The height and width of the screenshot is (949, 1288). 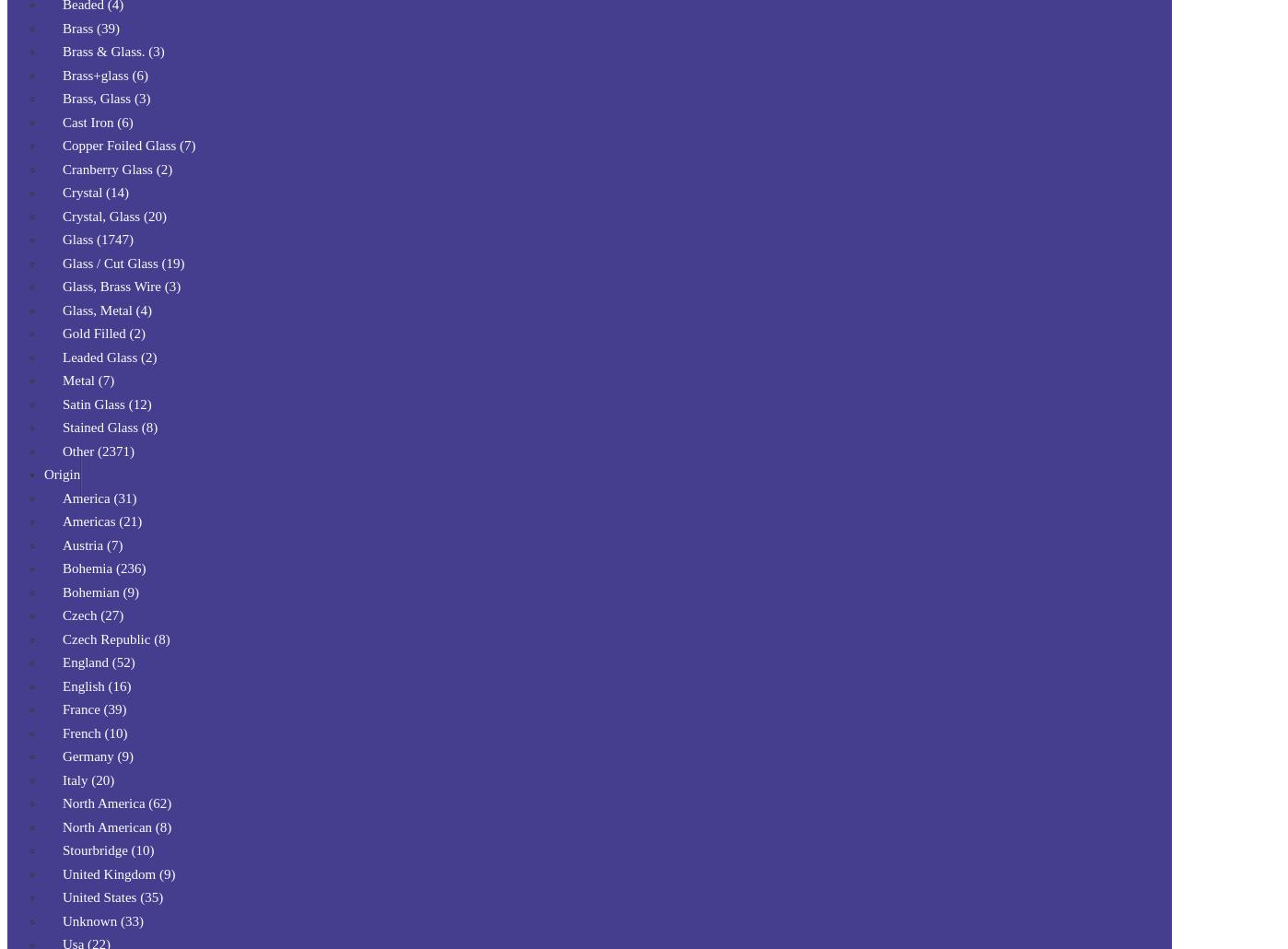 What do you see at coordinates (119, 873) in the screenshot?
I see `'United Kingdom (9)'` at bounding box center [119, 873].